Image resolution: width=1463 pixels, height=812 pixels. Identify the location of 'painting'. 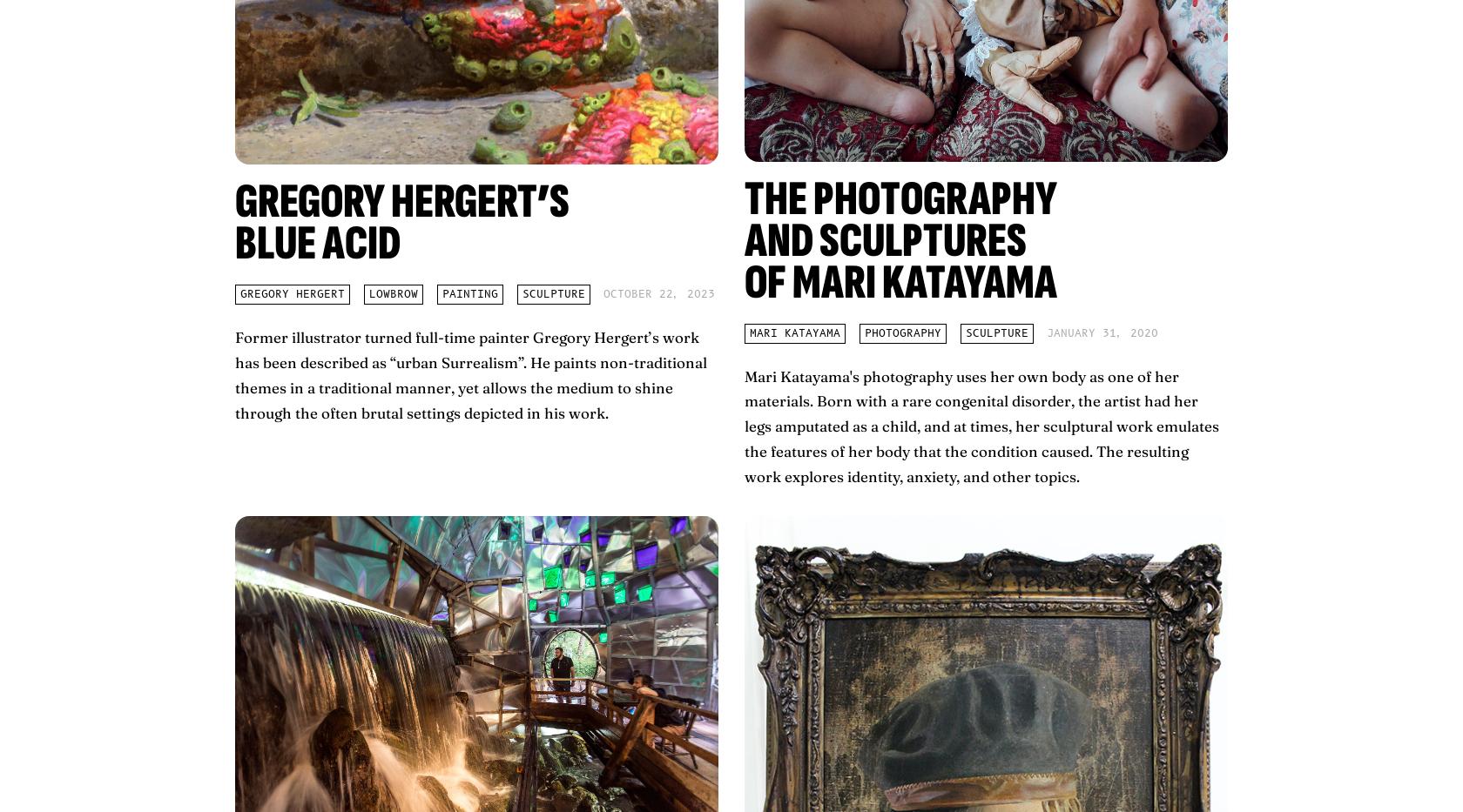
(469, 293).